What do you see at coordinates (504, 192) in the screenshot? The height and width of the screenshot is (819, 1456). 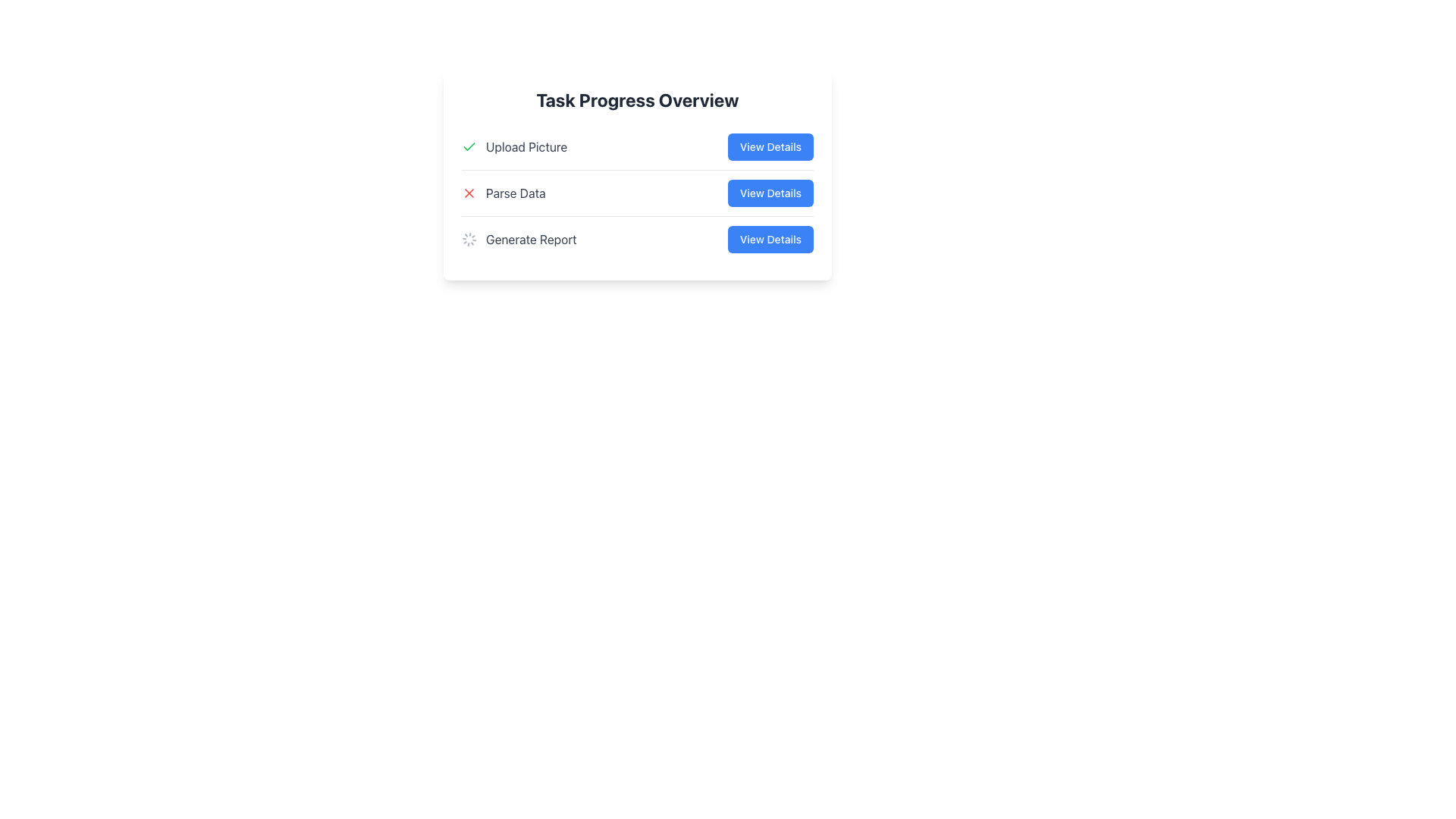 I see `the 'Parse Data' label with a red 'X' icon in the Task Progress Overview section to indicate its status` at bounding box center [504, 192].